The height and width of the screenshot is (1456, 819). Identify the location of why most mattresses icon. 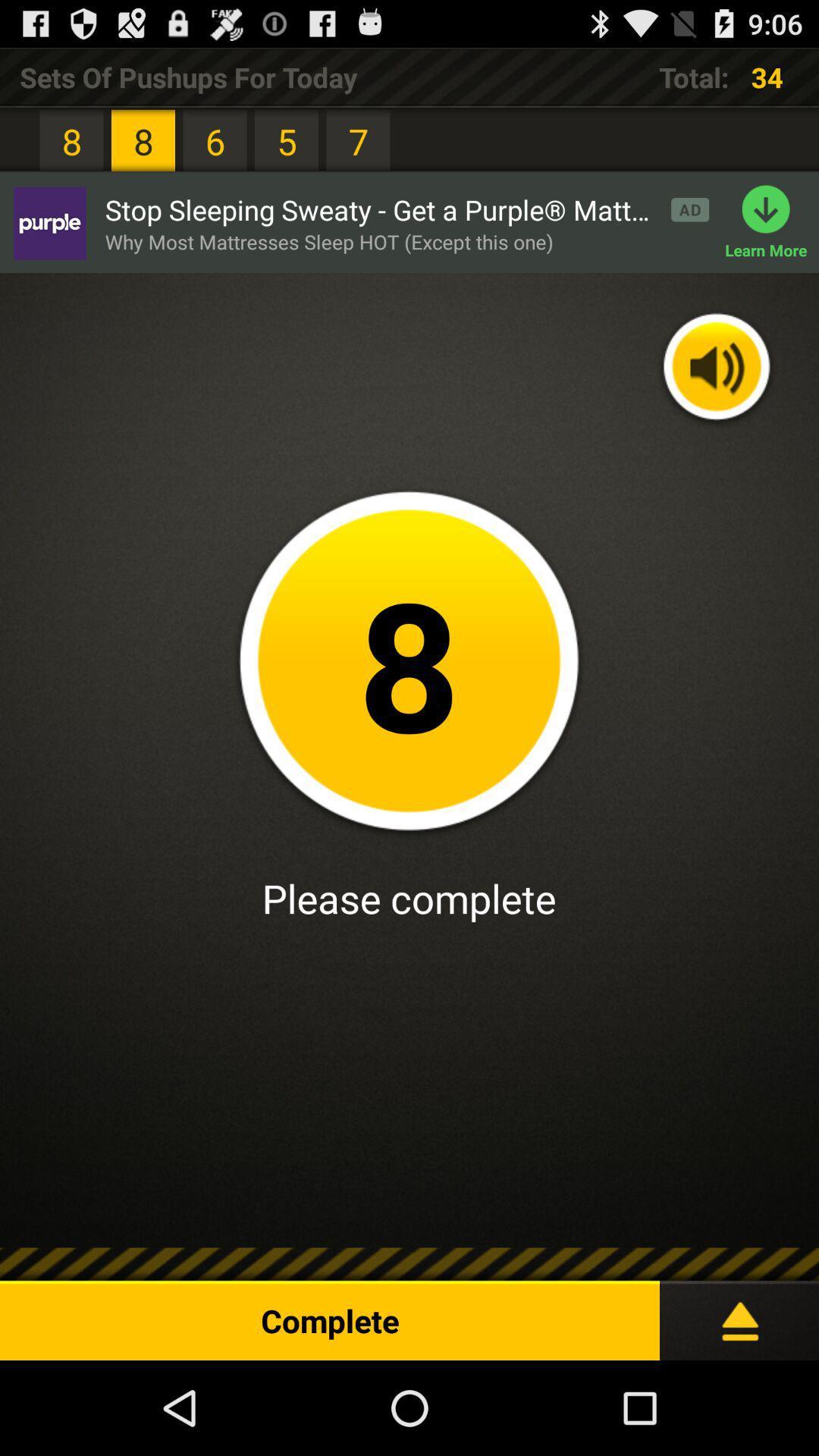
(328, 241).